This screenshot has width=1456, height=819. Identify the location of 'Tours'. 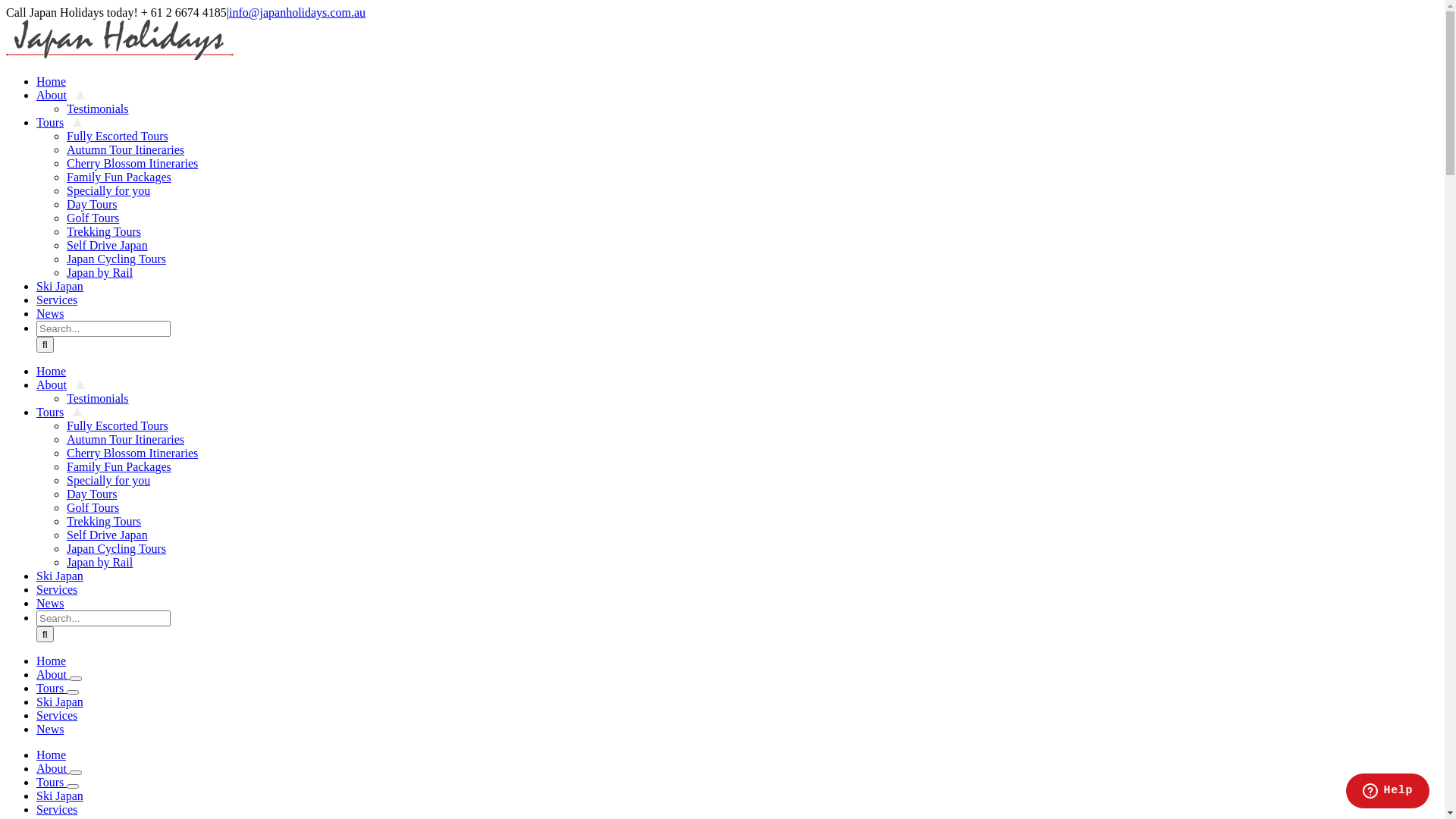
(51, 688).